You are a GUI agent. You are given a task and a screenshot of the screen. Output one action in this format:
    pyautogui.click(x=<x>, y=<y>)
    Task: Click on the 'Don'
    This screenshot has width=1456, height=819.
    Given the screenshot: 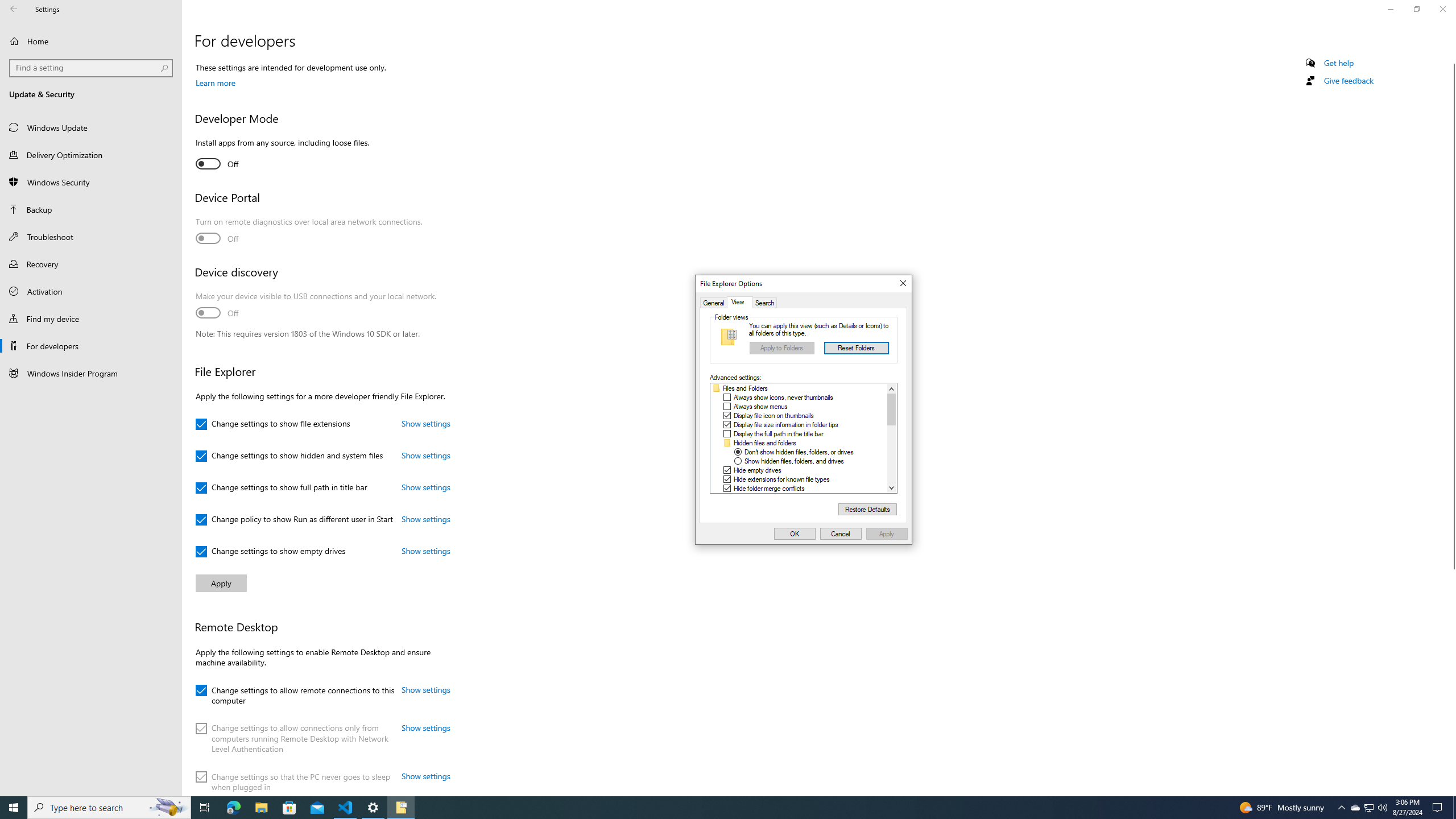 What is the action you would take?
    pyautogui.click(x=799, y=452)
    